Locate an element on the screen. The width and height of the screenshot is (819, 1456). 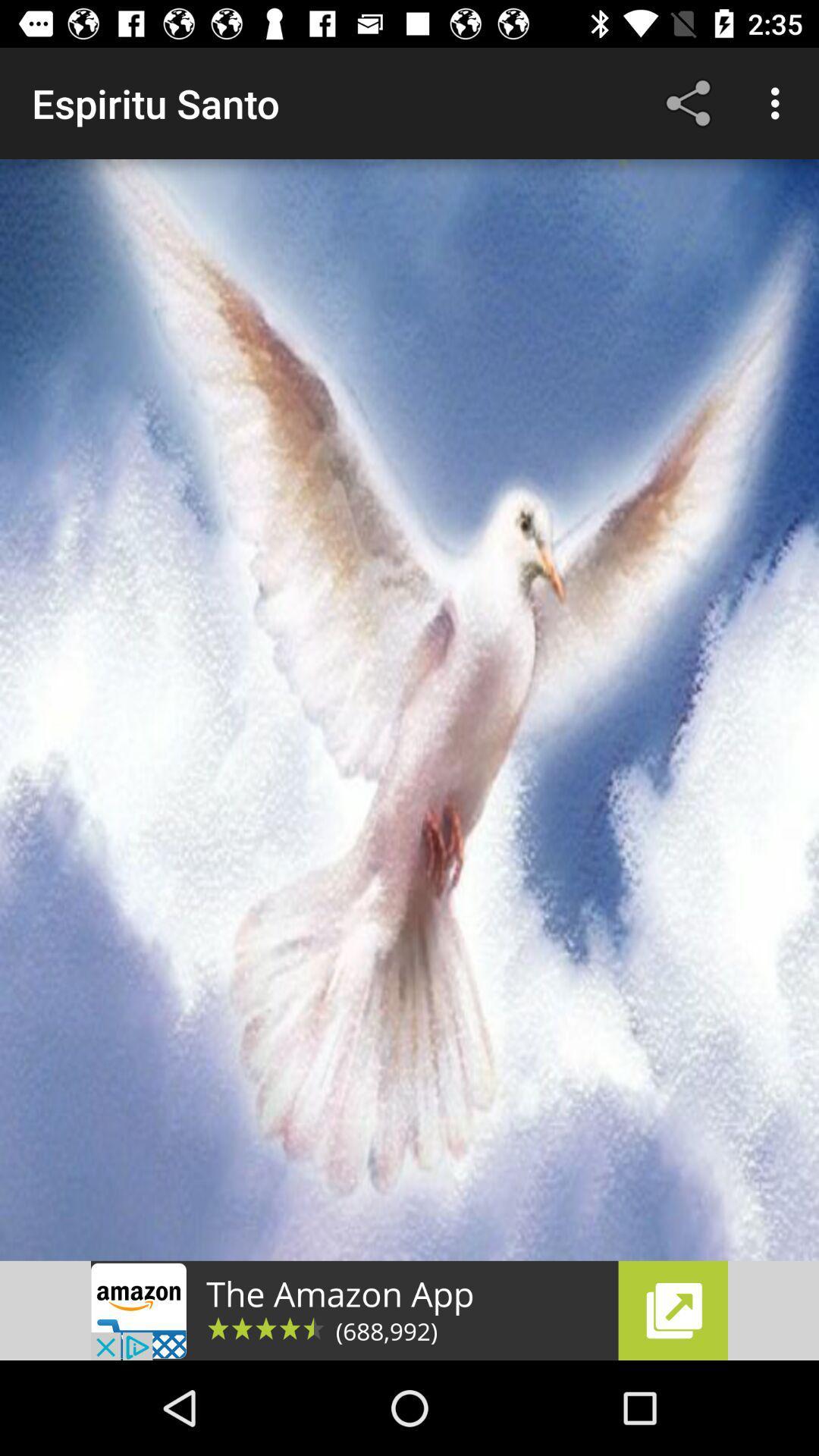
advertisement is located at coordinates (409, 1310).